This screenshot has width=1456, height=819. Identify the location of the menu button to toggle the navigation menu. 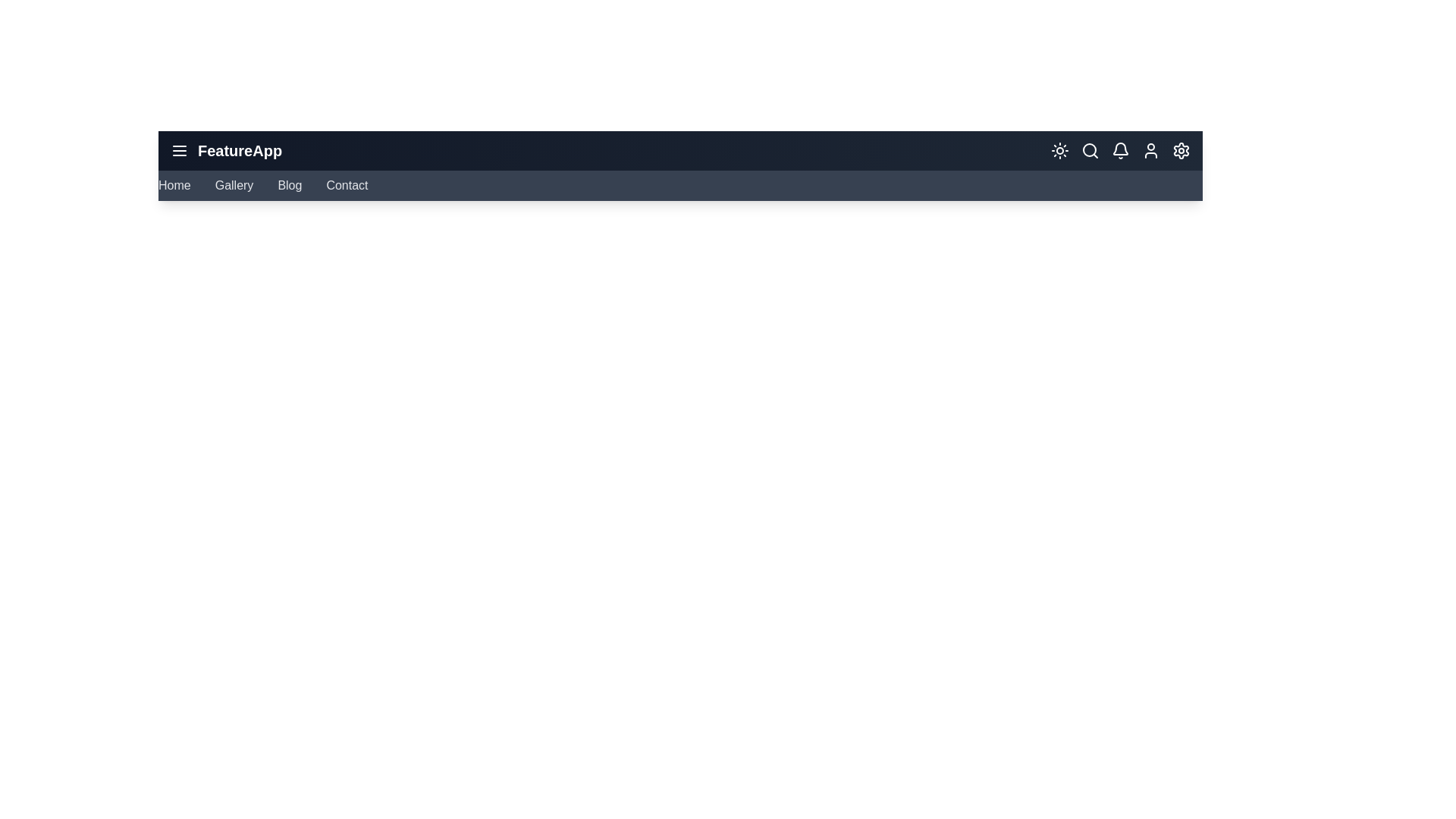
(179, 151).